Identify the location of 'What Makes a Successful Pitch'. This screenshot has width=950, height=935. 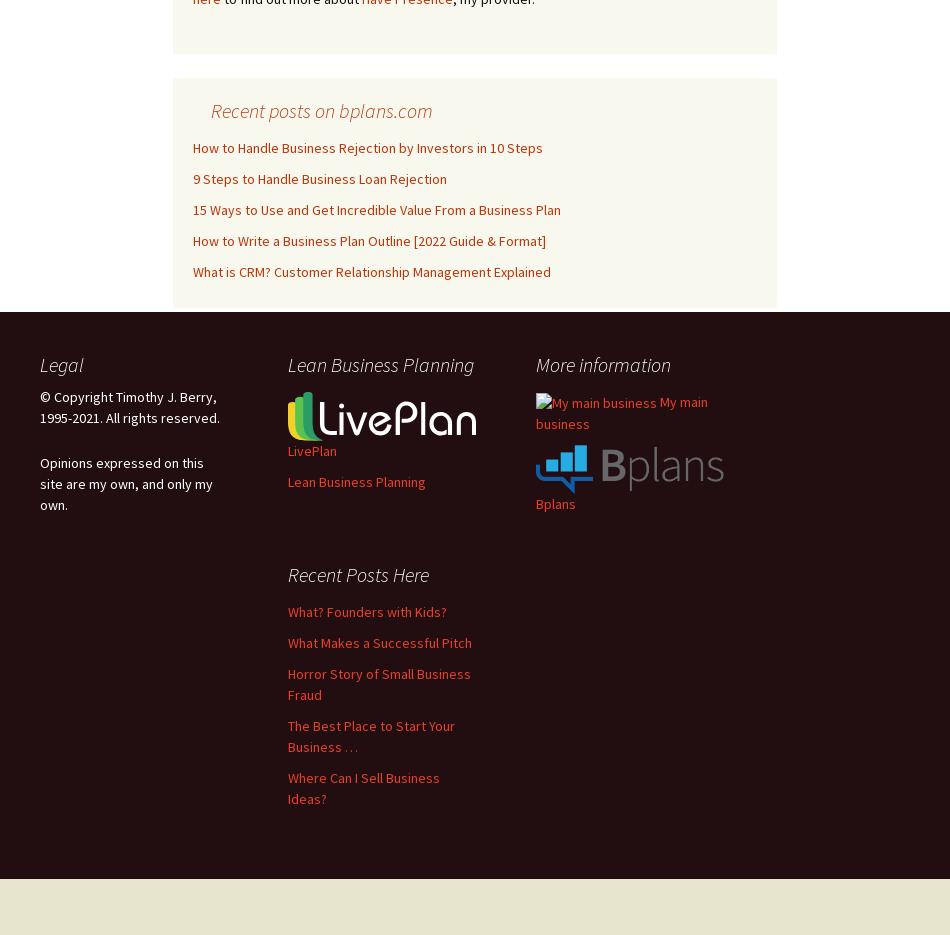
(379, 641).